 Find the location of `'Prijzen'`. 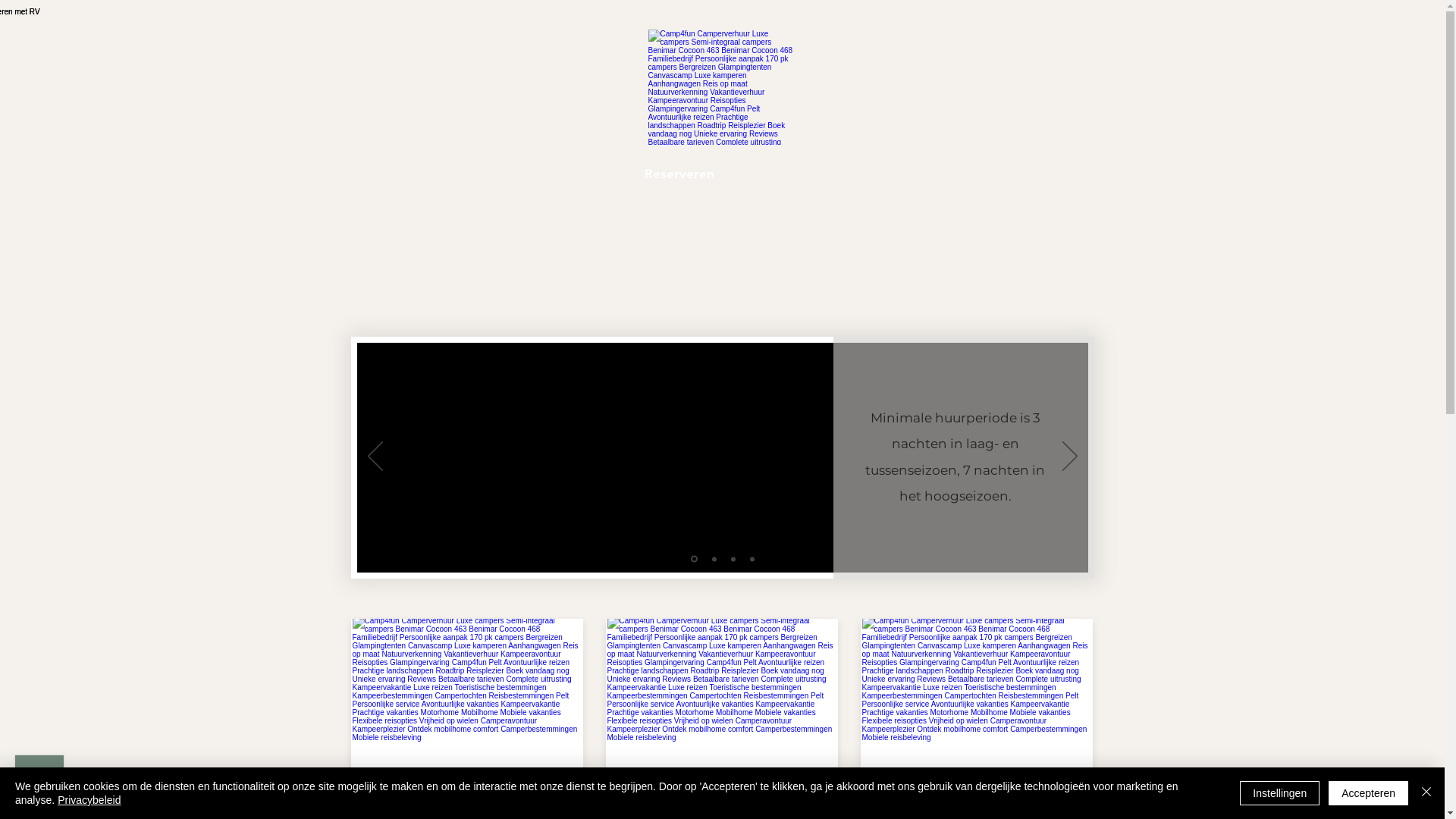

'Prijzen' is located at coordinates (599, 172).